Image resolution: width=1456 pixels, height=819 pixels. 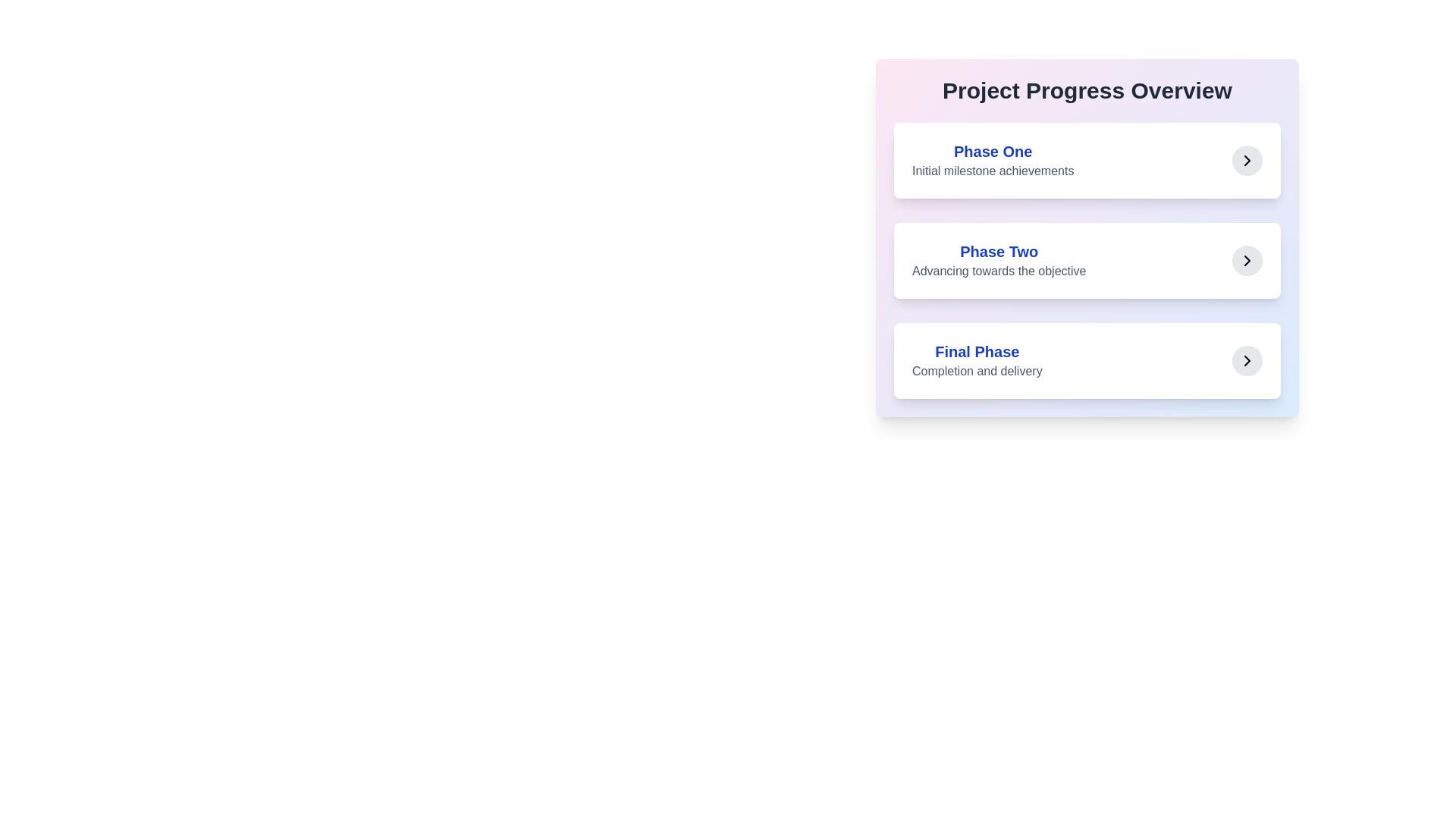 What do you see at coordinates (977, 371) in the screenshot?
I see `the Text Label displaying 'Completion and delivery', which is located directly beneath the heading 'Final Phase' in the boxed section of the 'Project Progress Overview.'` at bounding box center [977, 371].